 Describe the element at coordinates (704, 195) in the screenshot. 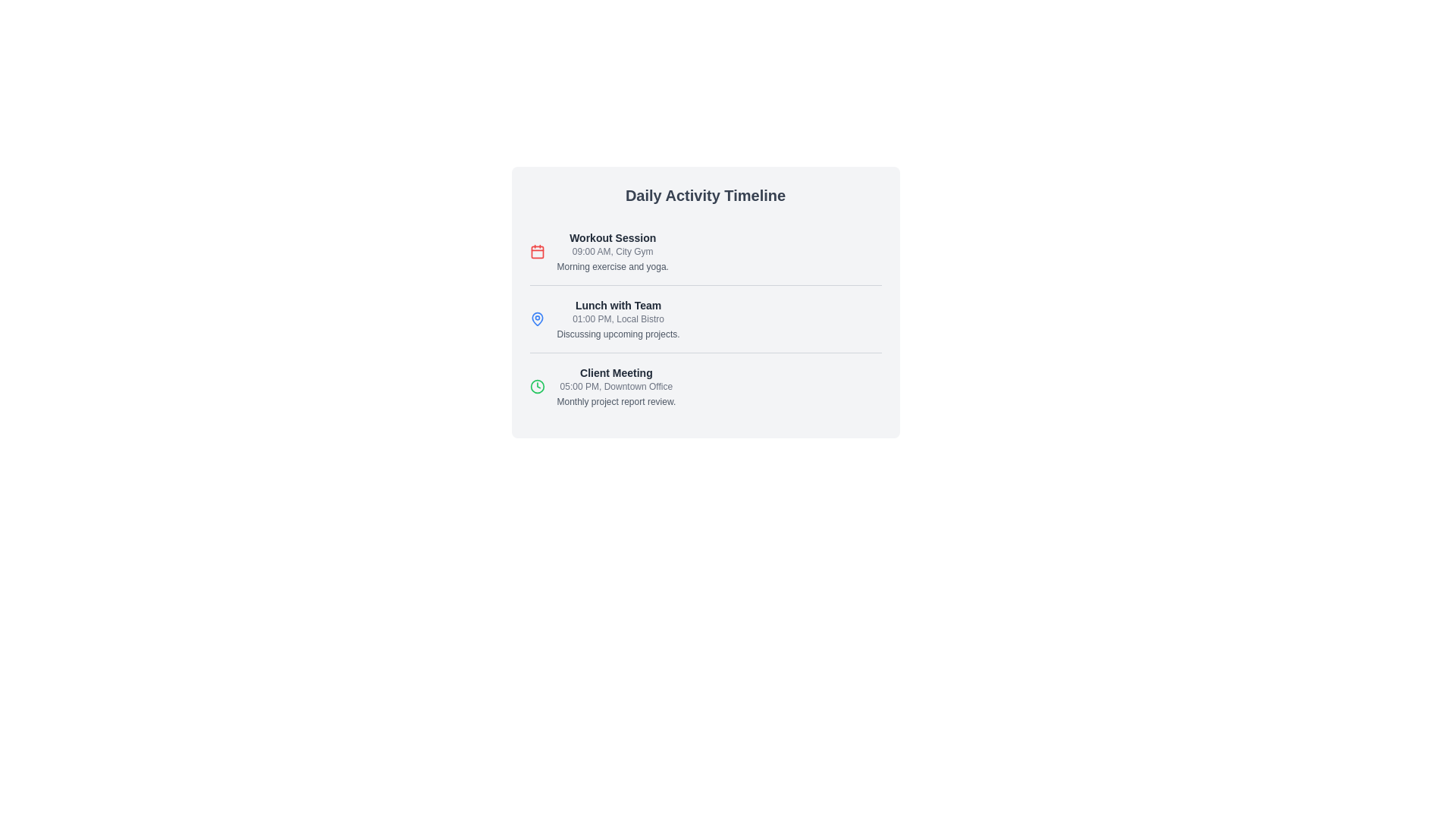

I see `title text located at the top section of the rectangular card with rounded corners, which provides an overview for the activities listed below` at that location.